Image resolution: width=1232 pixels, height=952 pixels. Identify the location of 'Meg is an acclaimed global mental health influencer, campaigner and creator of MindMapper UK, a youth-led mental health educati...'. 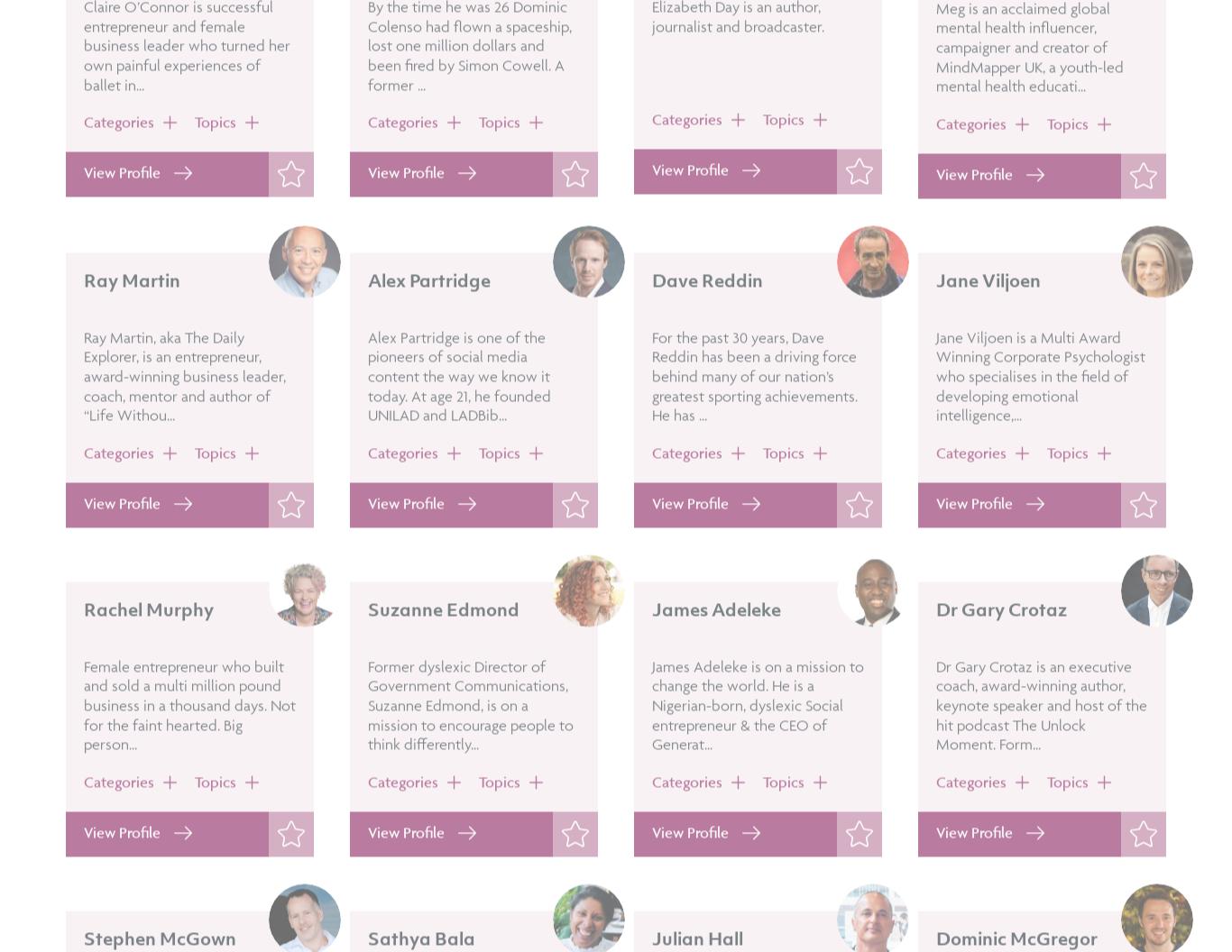
(1029, 96).